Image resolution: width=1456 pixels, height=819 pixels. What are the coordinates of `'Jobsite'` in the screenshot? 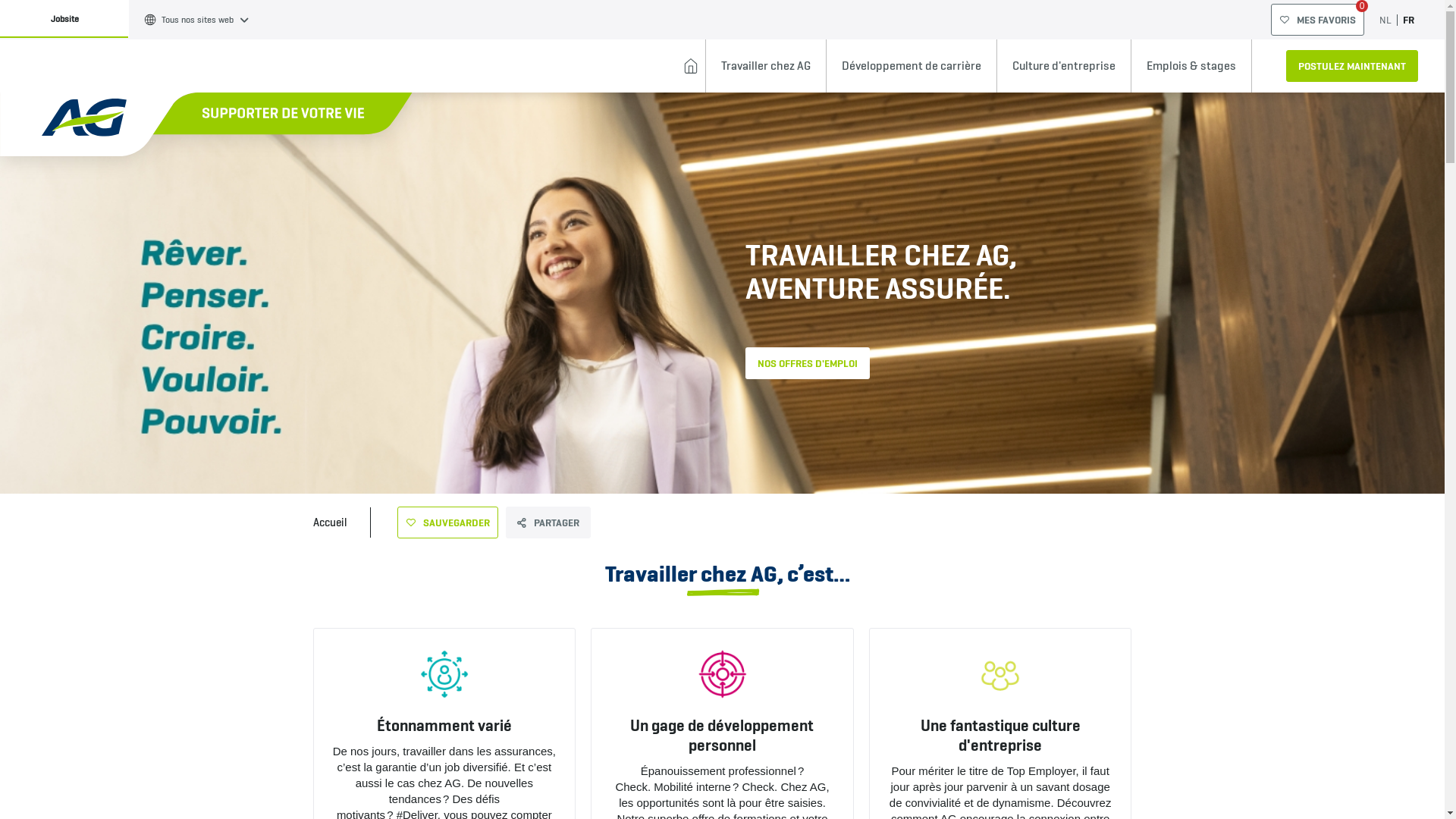 It's located at (64, 18).